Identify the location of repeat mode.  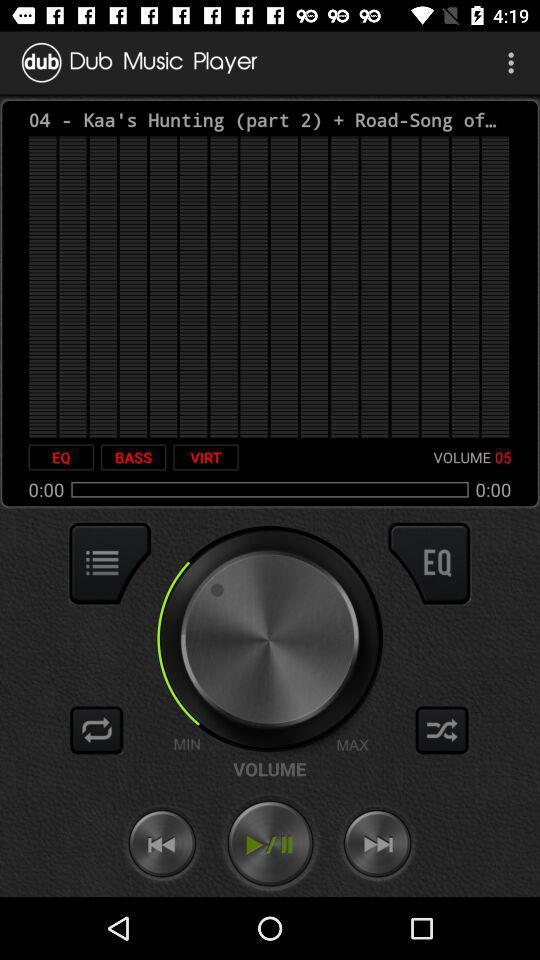
(96, 729).